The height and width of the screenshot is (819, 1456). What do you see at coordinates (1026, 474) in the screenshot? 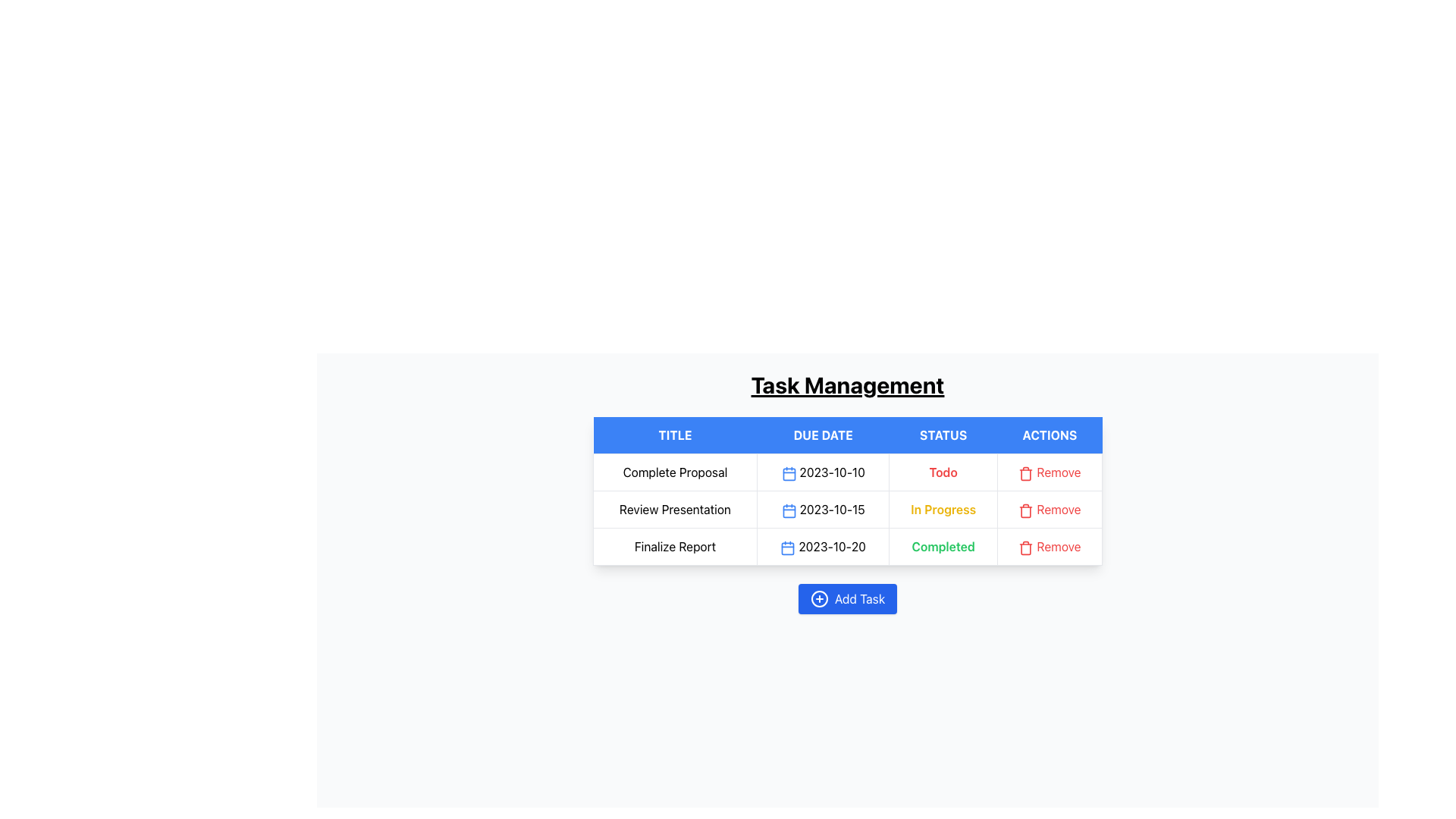
I see `the trash can icon located in the 'Actions' column of the Task Management table, adjacent to the 'Remove' label to initiate a delete action for the specific task` at bounding box center [1026, 474].